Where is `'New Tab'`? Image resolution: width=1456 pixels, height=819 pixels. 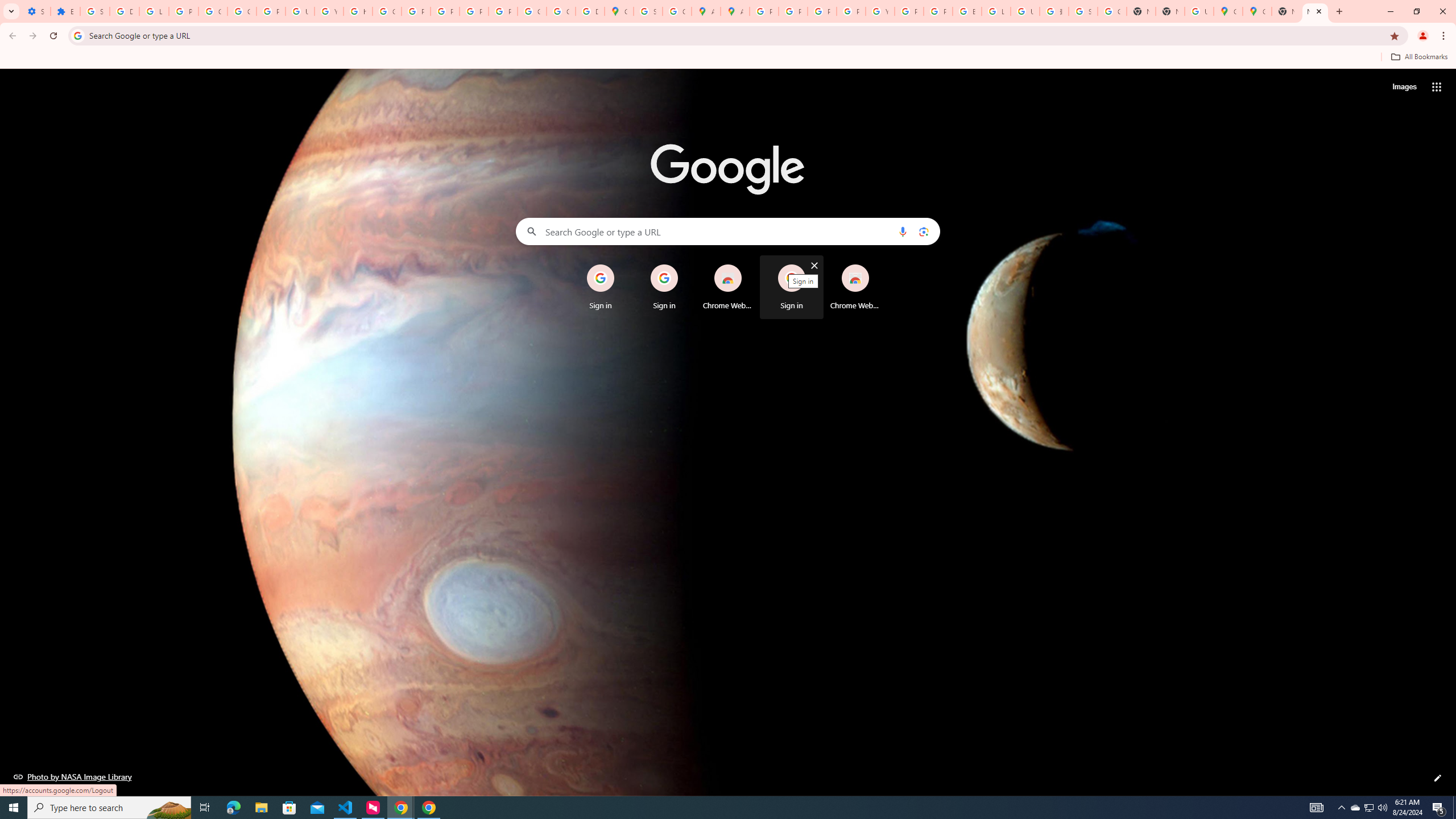
'New Tab' is located at coordinates (1314, 11).